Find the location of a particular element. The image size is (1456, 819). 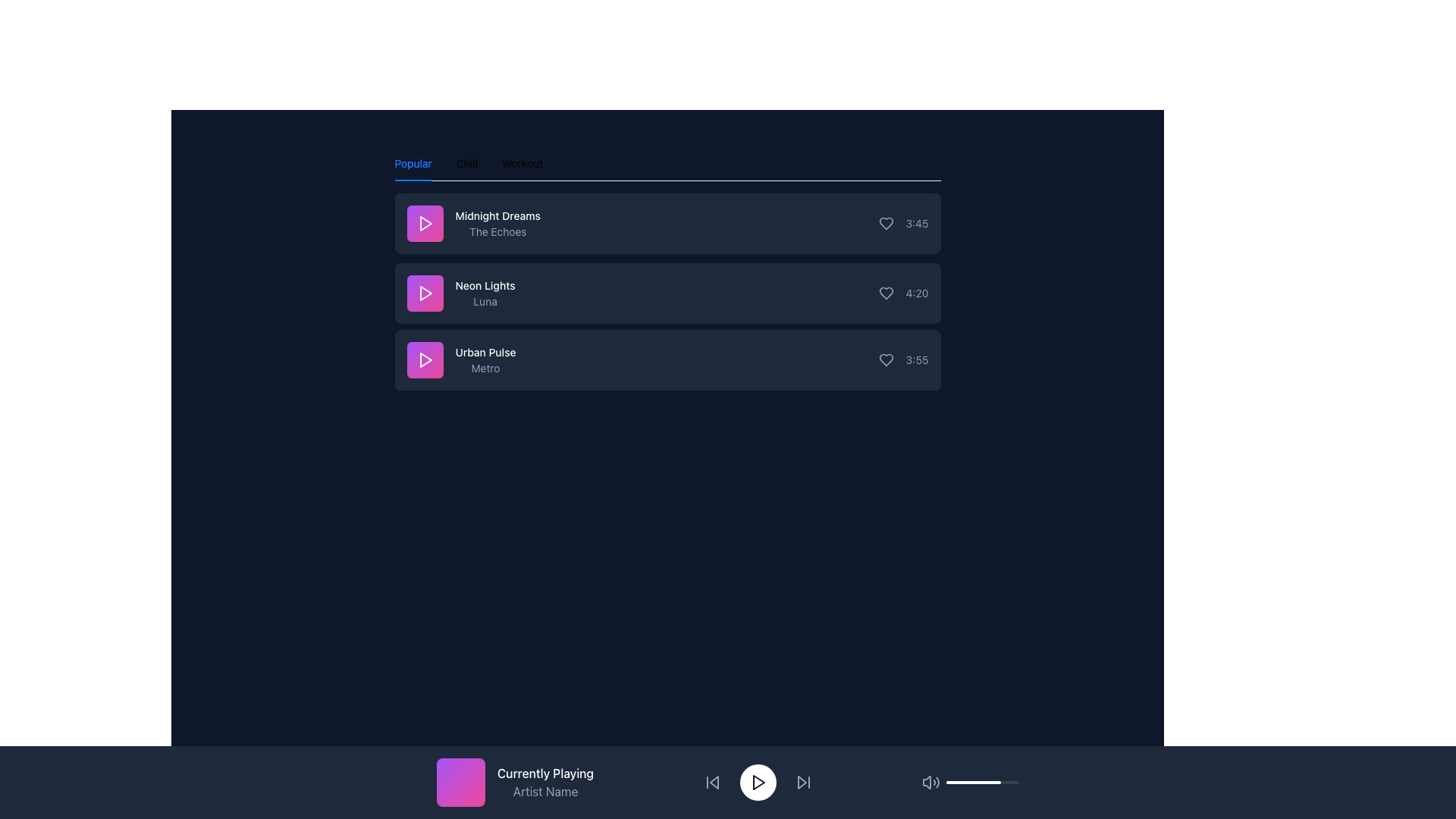

the text element displaying the duration or time associated with a media track, located in the top-right corner adjacent to a heart-shaped icon is located at coordinates (903, 223).